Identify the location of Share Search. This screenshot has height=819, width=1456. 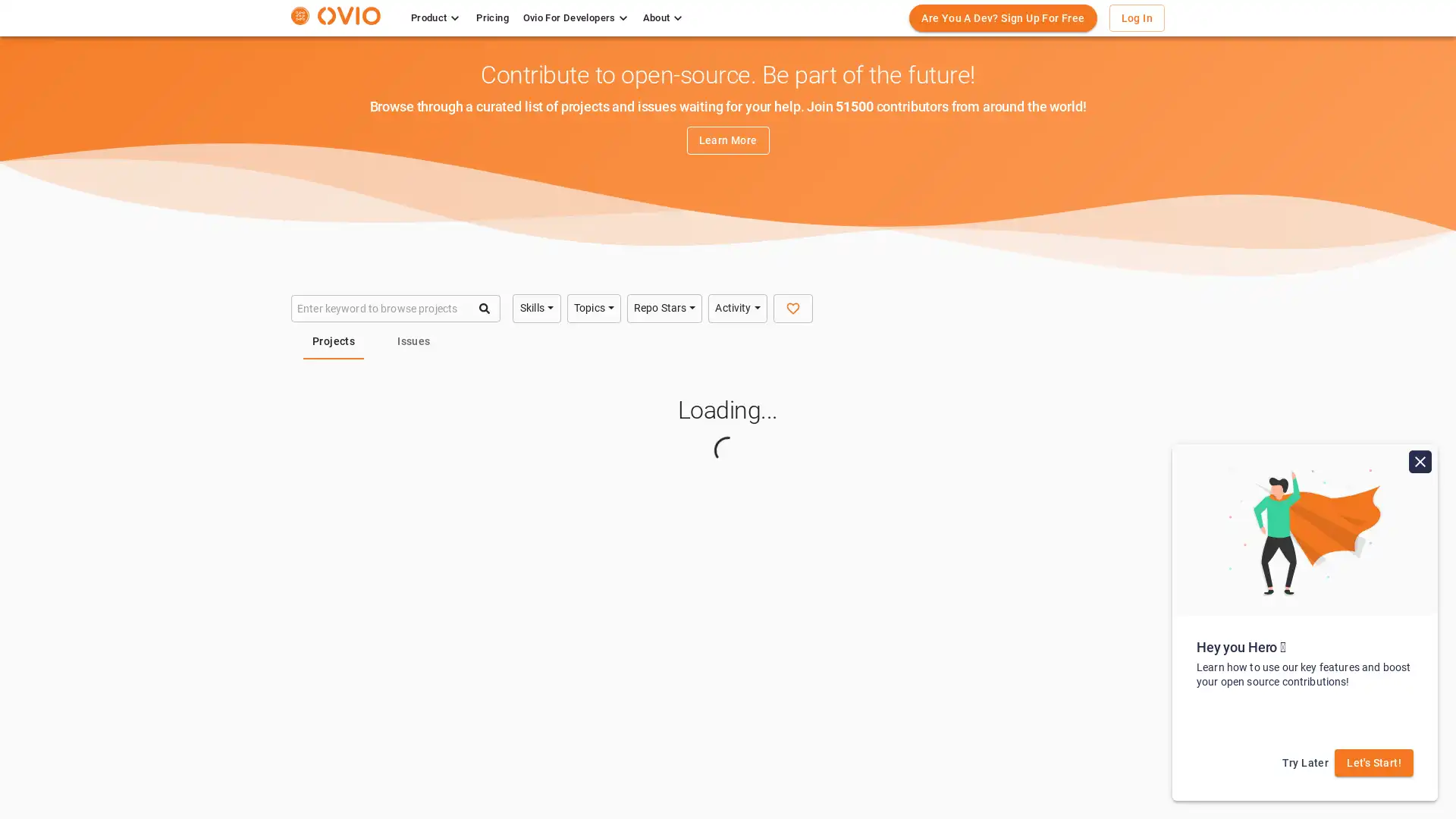
(1109, 390).